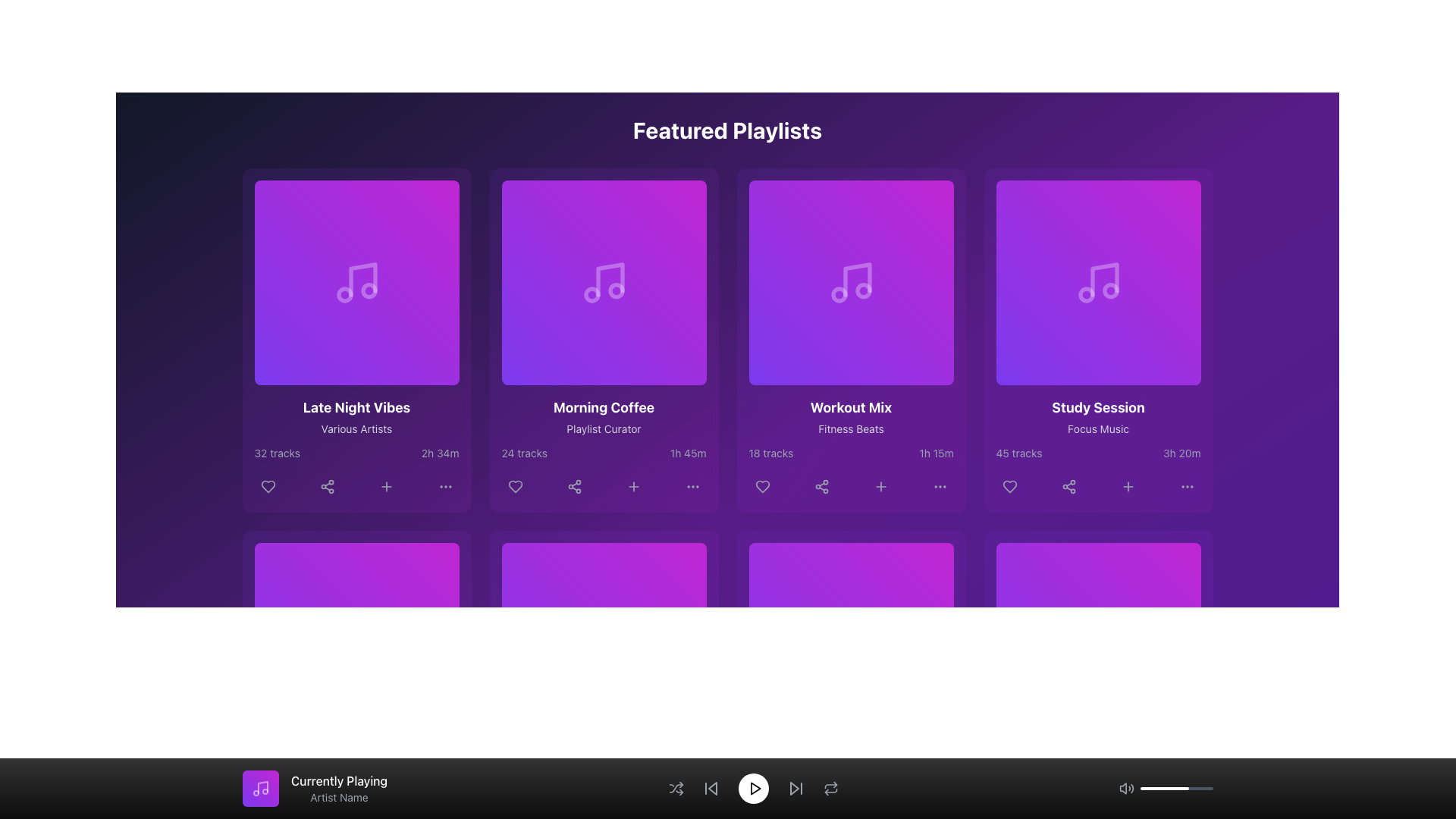 This screenshot has height=819, width=1456. Describe the element at coordinates (1100, 283) in the screenshot. I see `the triangular play button icon located in the 'Study Session' playlist card, which is situated against a purple gradient background` at that location.